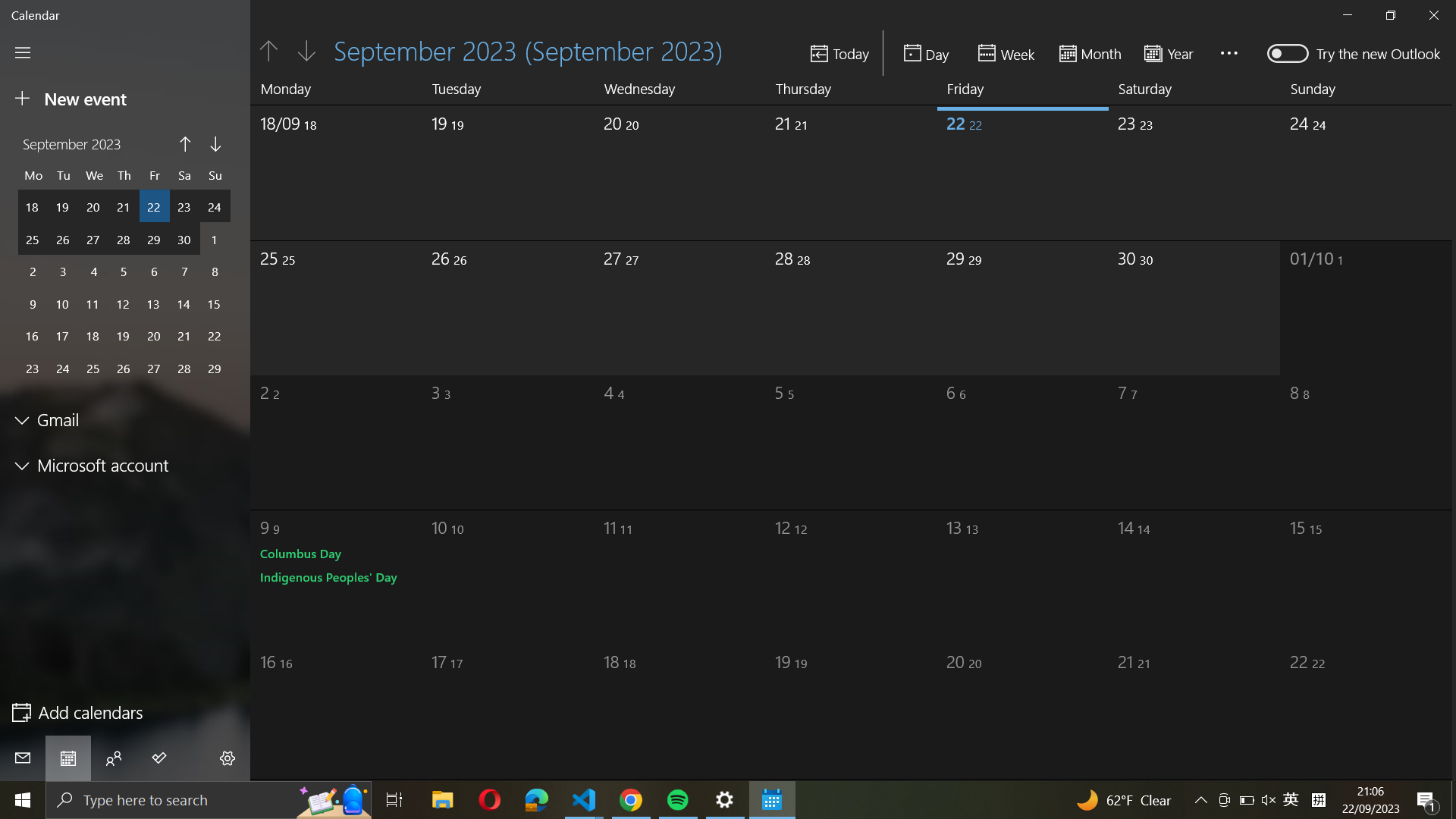 This screenshot has width=1456, height=819. Describe the element at coordinates (126, 420) in the screenshot. I see `Check the Gmails associated with the current calendar` at that location.